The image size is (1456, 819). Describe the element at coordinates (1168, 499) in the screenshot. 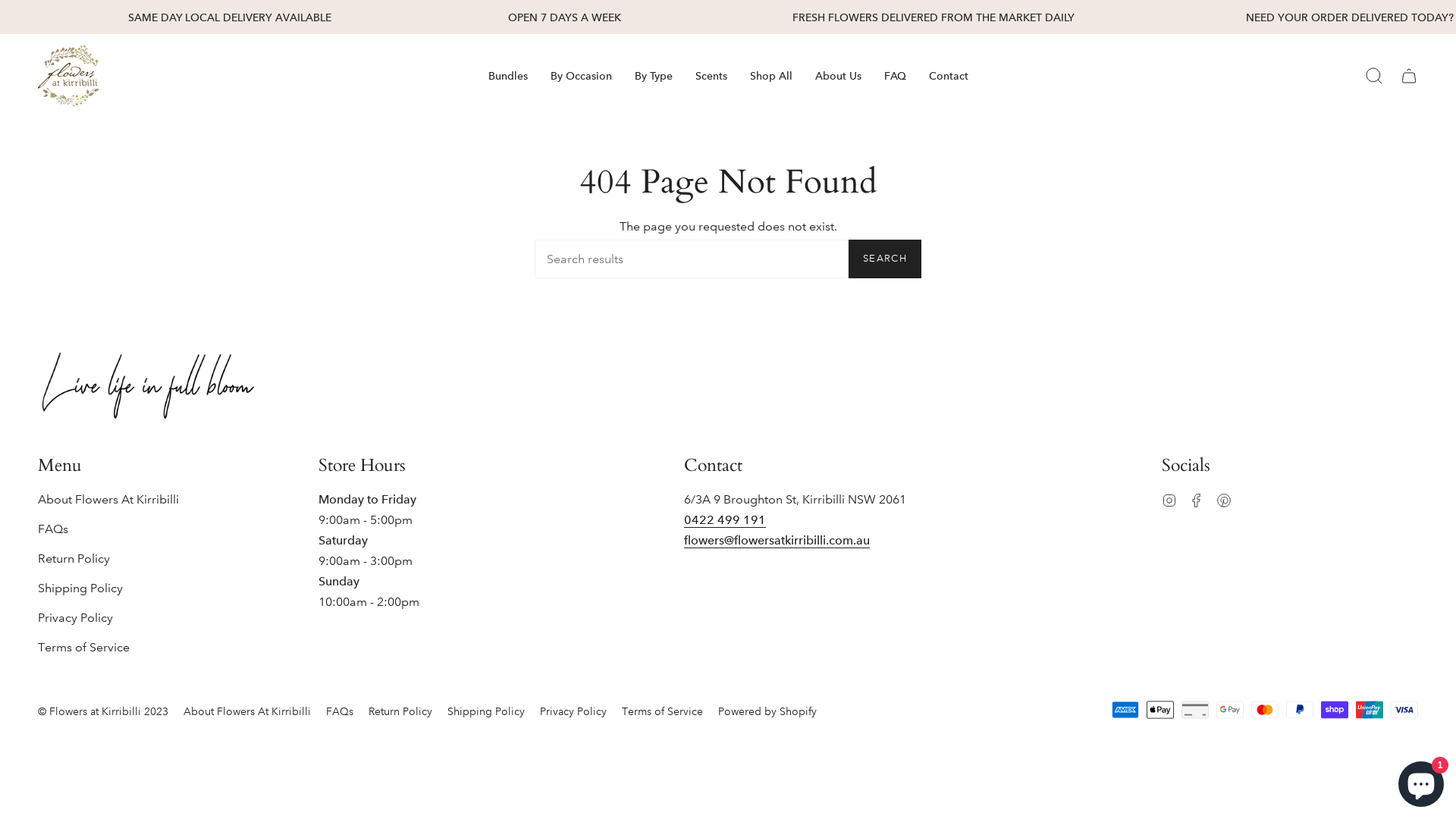

I see `'Instagram'` at that location.